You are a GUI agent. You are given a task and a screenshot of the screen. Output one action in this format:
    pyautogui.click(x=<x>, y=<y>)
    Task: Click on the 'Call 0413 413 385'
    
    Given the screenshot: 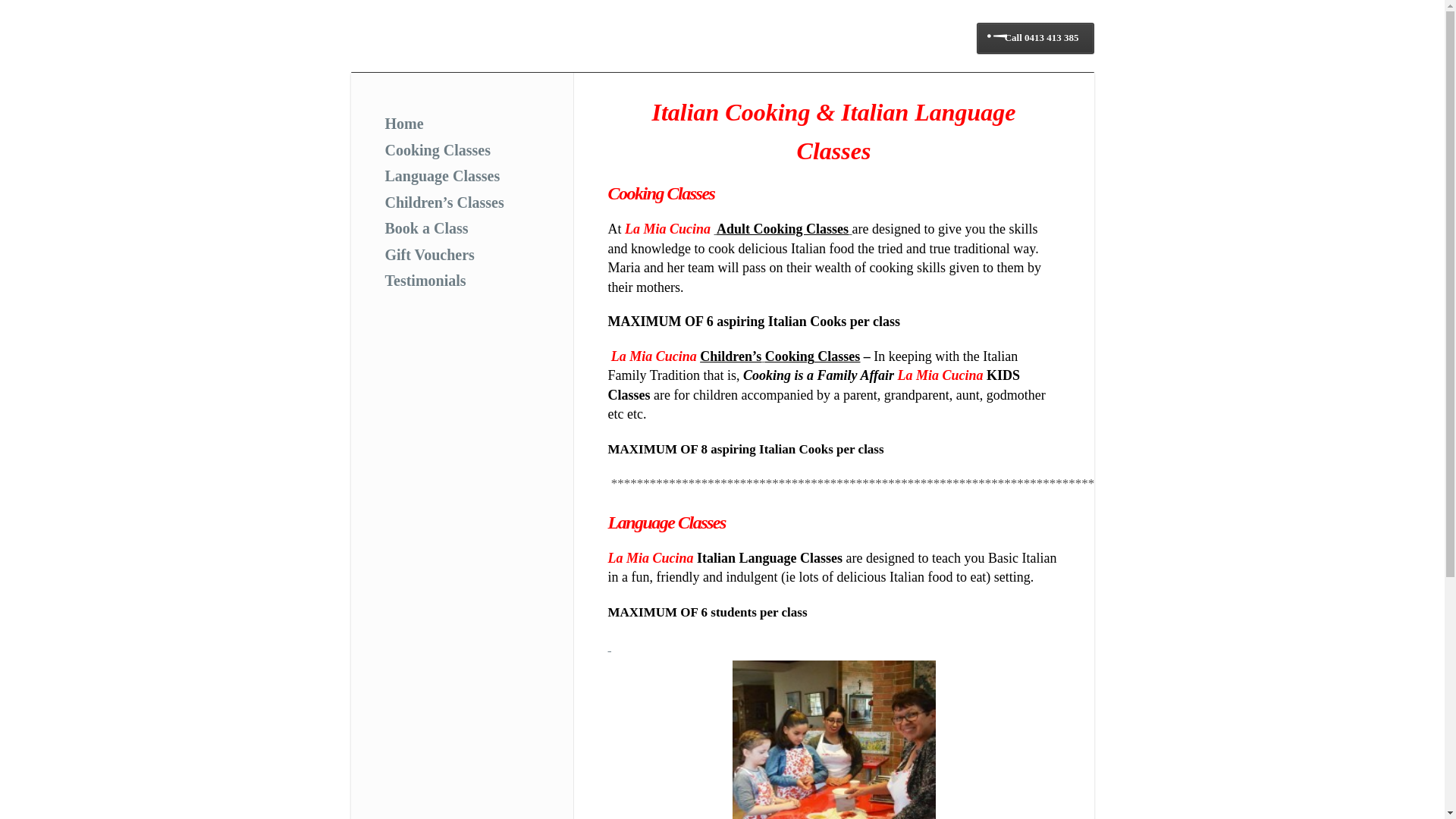 What is the action you would take?
    pyautogui.click(x=1034, y=37)
    